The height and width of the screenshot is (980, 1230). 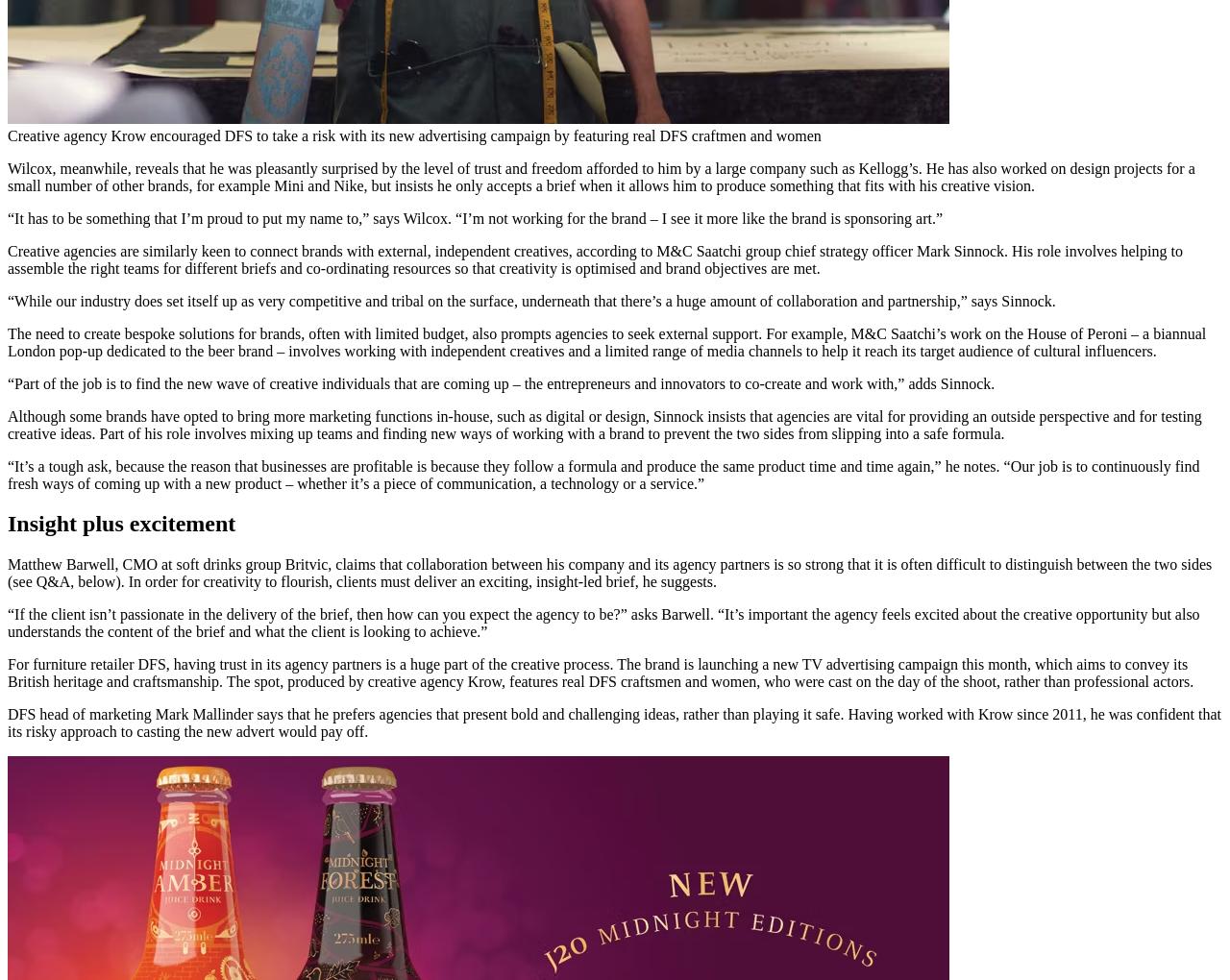 What do you see at coordinates (608, 572) in the screenshot?
I see `'Matthew Barwell, CMO at soft drinks group Britvic, claims that collaboration between his company and its agency partners is so strong that it is often difficult to distinguish between the two sides (see Q&A, below). In order for creativity to flourish, clients must deliver an exciting, insight-led brief, he suggests.'` at bounding box center [608, 572].